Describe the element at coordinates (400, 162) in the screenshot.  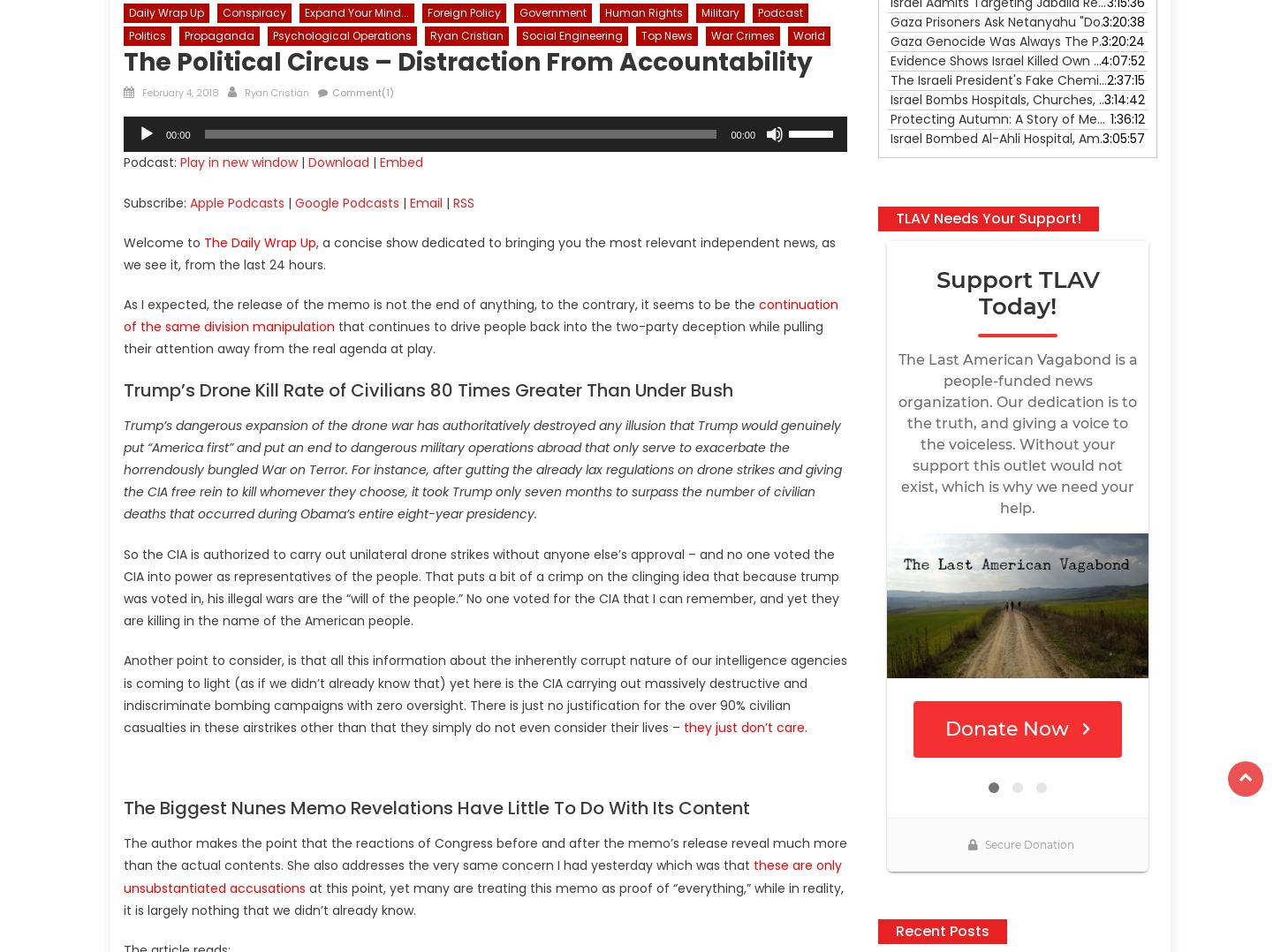
I see `'Embed'` at that location.